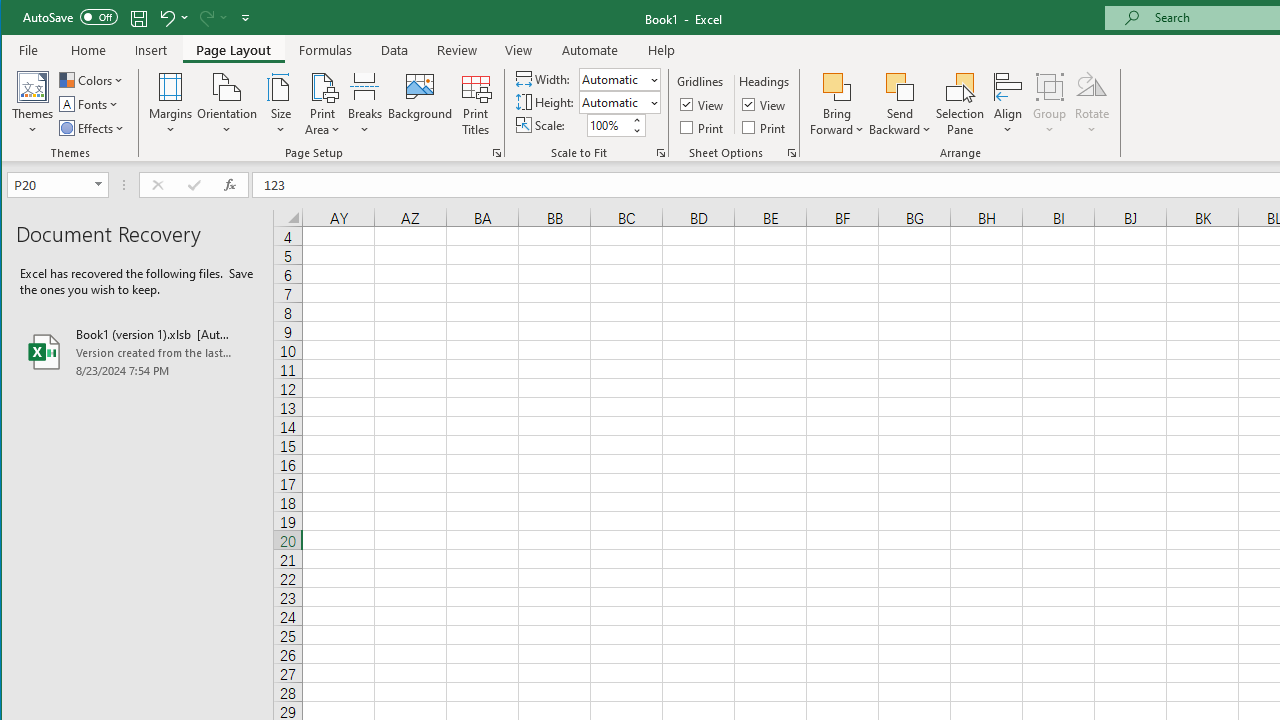 The image size is (1280, 720). What do you see at coordinates (92, 79) in the screenshot?
I see `'Colors'` at bounding box center [92, 79].